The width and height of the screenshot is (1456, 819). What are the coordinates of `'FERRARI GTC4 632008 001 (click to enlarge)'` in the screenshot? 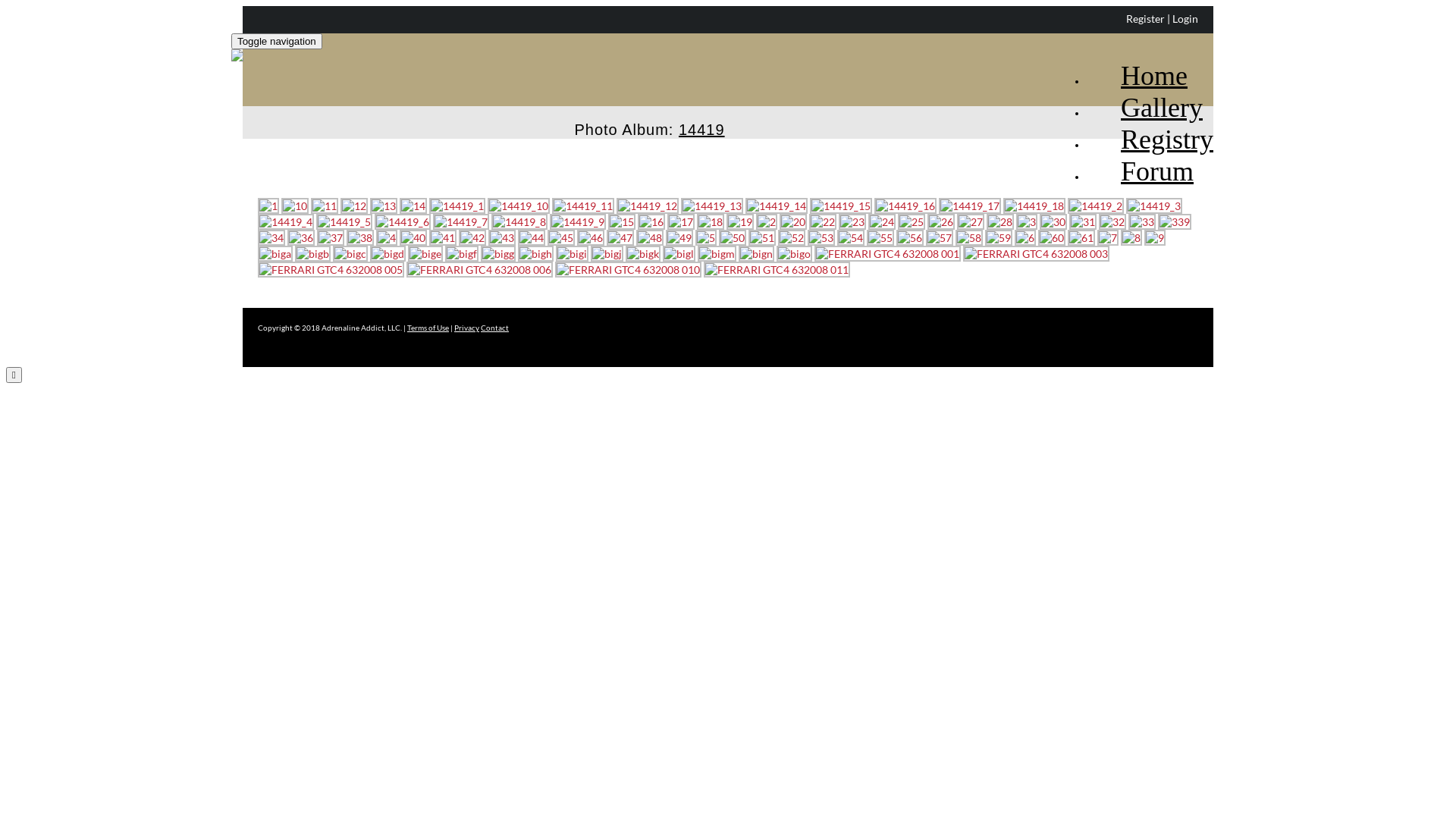 It's located at (887, 253).